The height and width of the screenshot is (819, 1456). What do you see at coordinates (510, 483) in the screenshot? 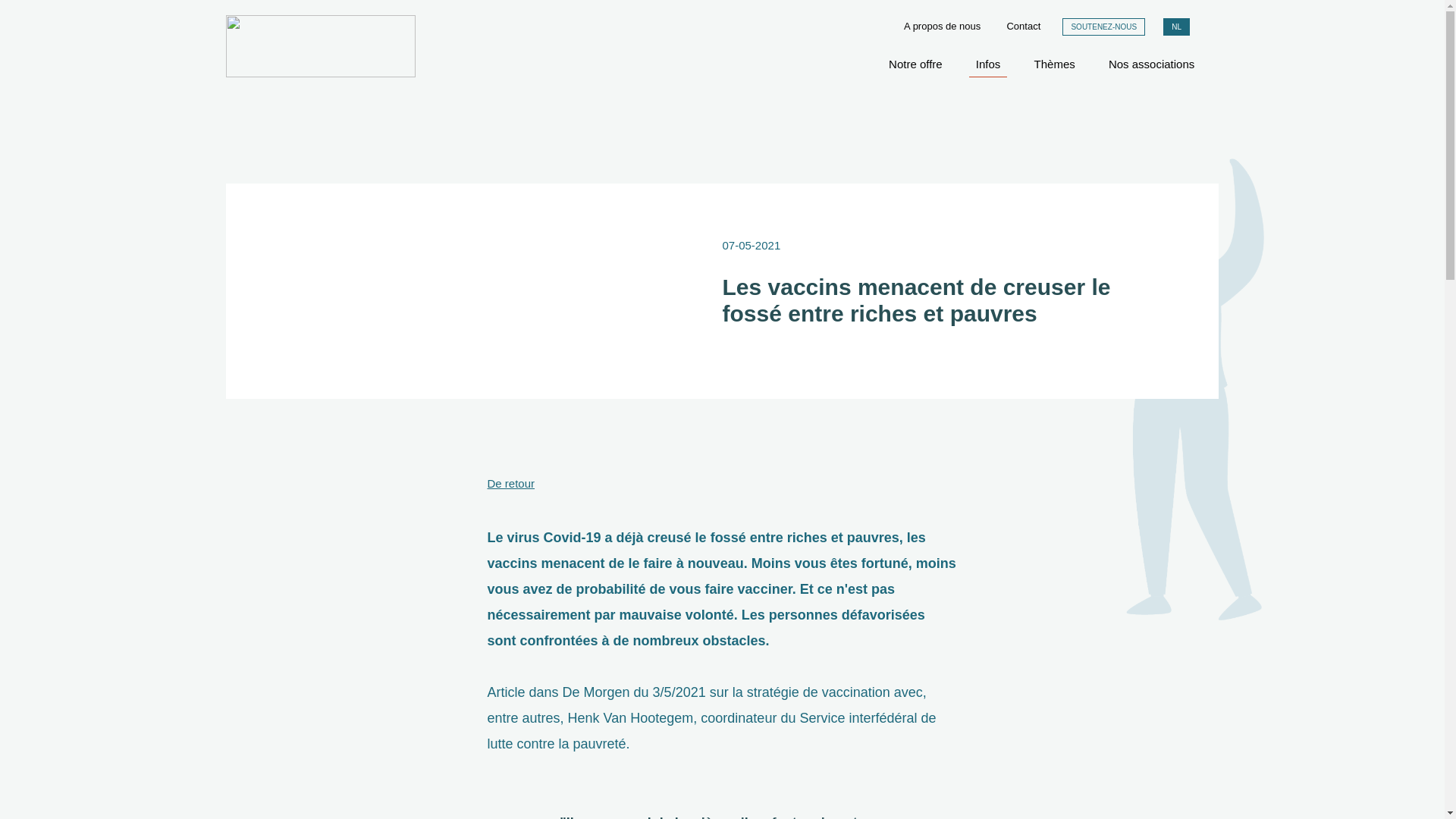
I see `'De retour'` at bounding box center [510, 483].